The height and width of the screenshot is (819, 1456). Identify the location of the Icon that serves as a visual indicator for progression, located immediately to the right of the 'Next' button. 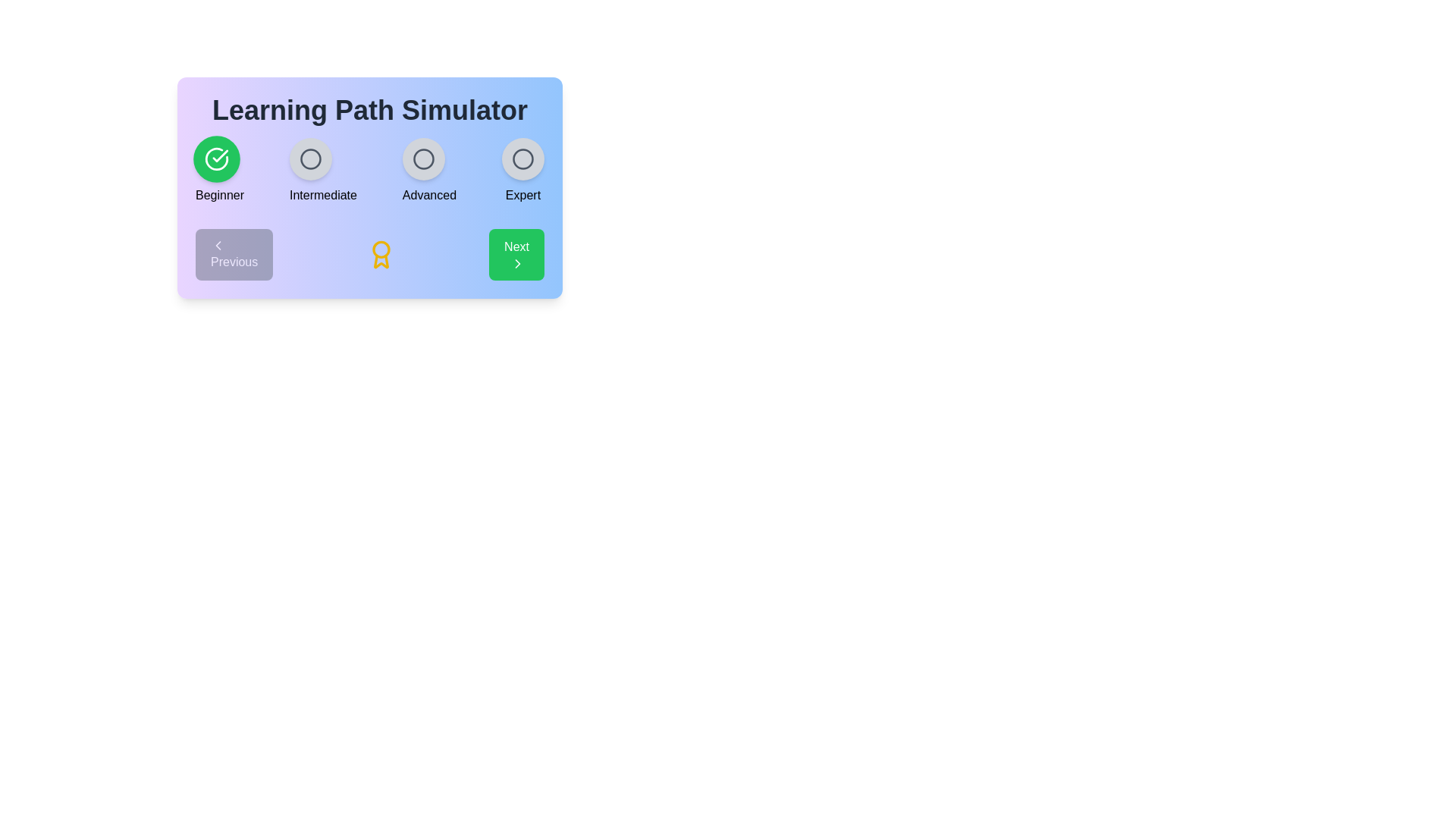
(518, 262).